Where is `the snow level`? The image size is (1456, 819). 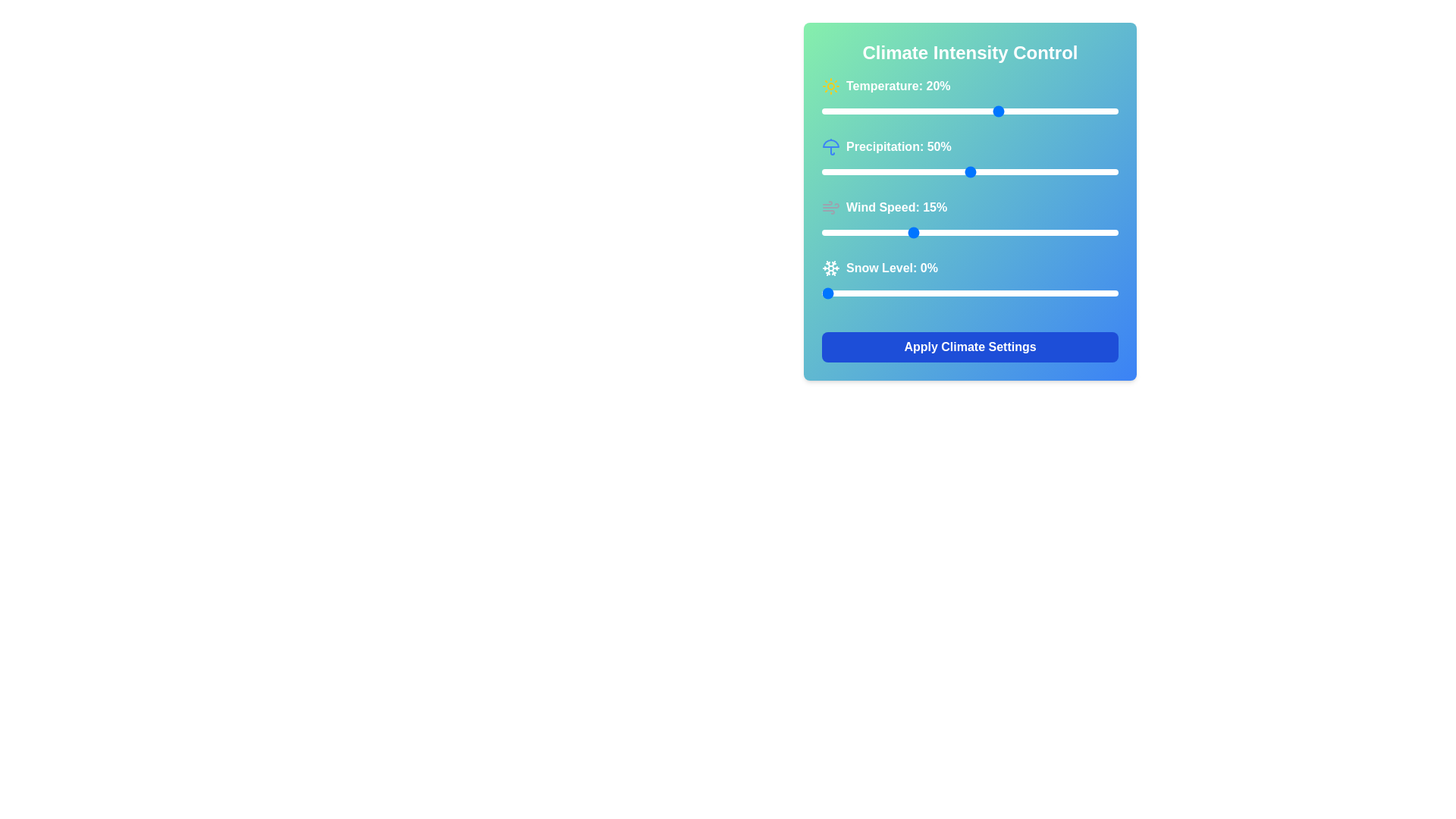
the snow level is located at coordinates (842, 293).